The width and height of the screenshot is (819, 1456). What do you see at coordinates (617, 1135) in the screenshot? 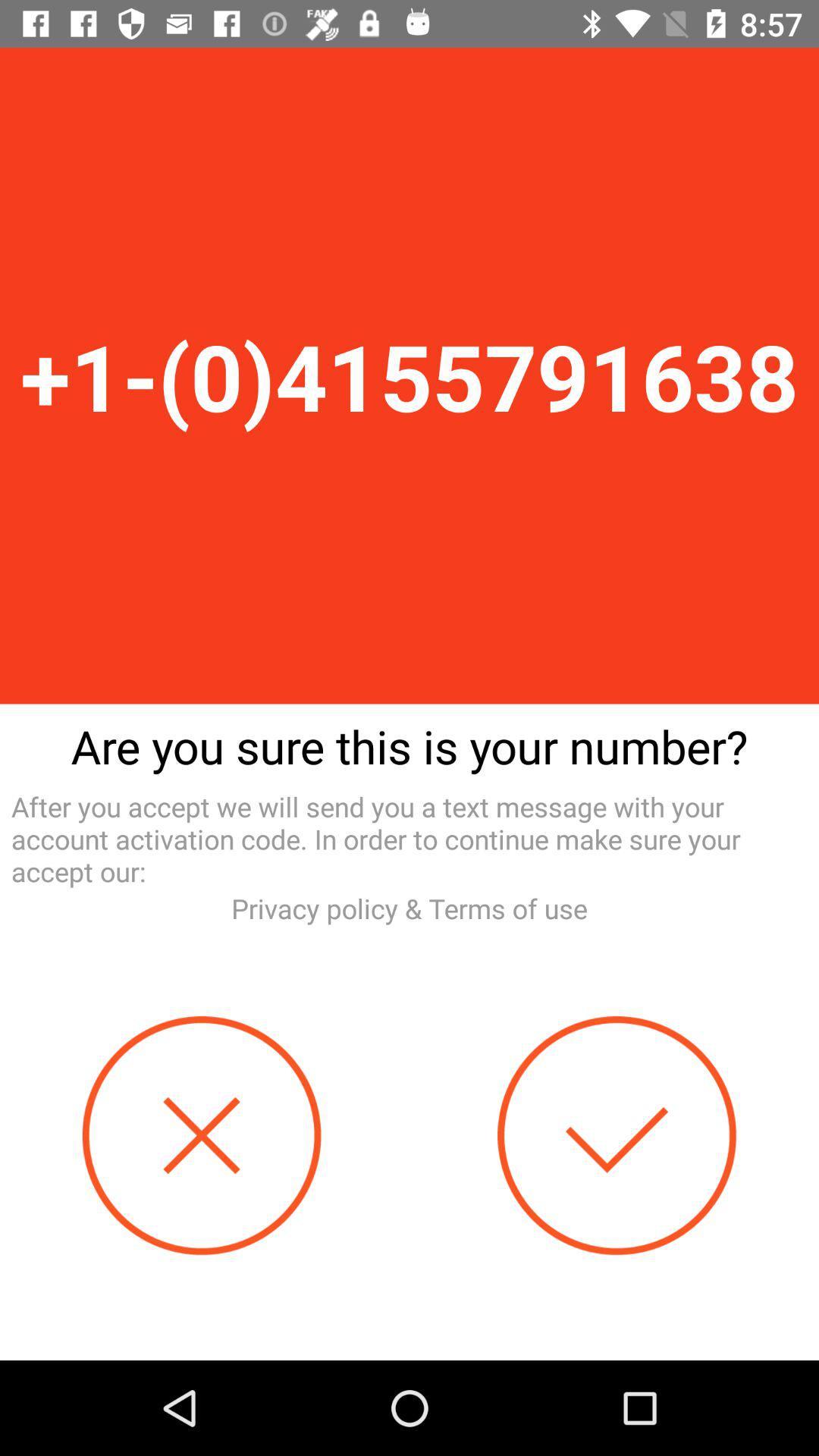
I see `confirm number` at bounding box center [617, 1135].